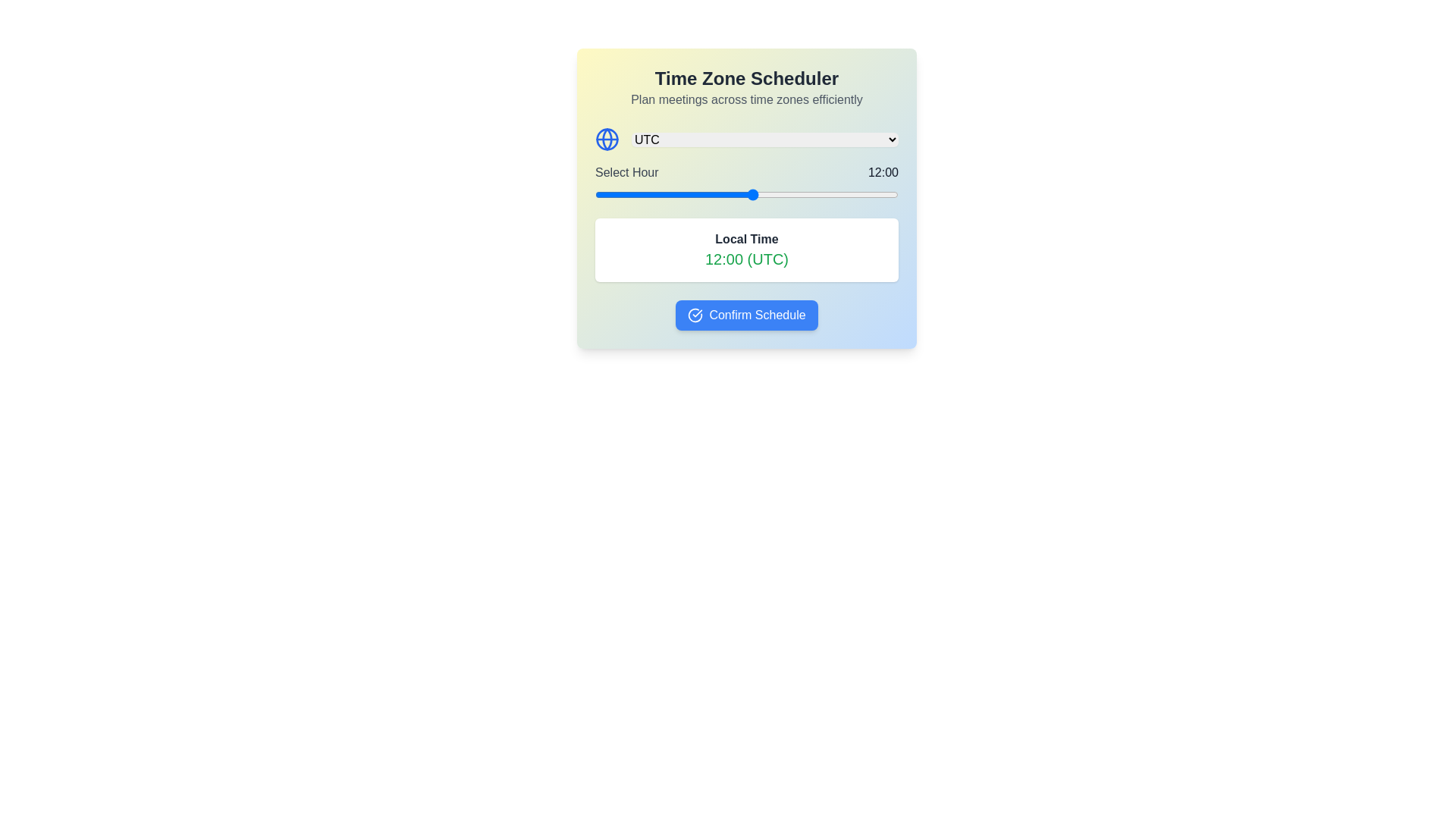 The height and width of the screenshot is (819, 1456). What do you see at coordinates (746, 259) in the screenshot?
I see `text label displaying '12:00 (UTC)' which is styled in green and located below the 'Local Time' text within a centered white rounded box` at bounding box center [746, 259].